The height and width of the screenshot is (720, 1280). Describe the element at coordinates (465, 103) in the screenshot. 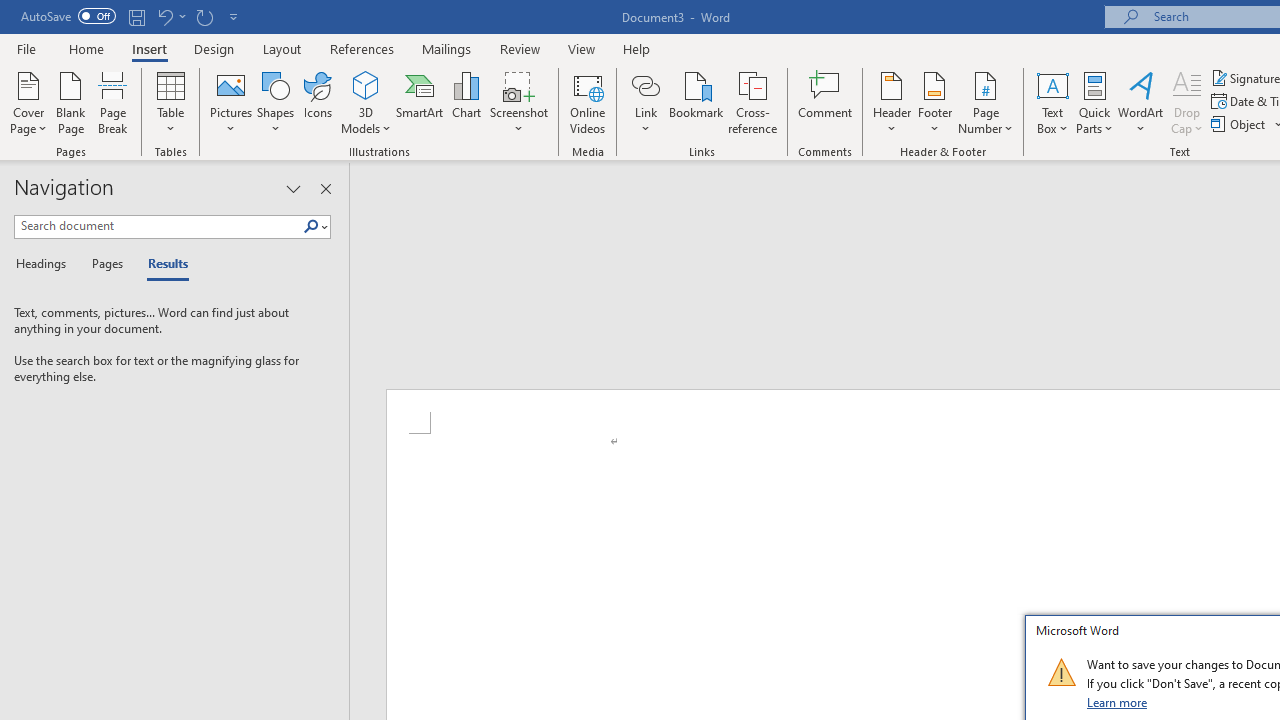

I see `'Chart...'` at that location.